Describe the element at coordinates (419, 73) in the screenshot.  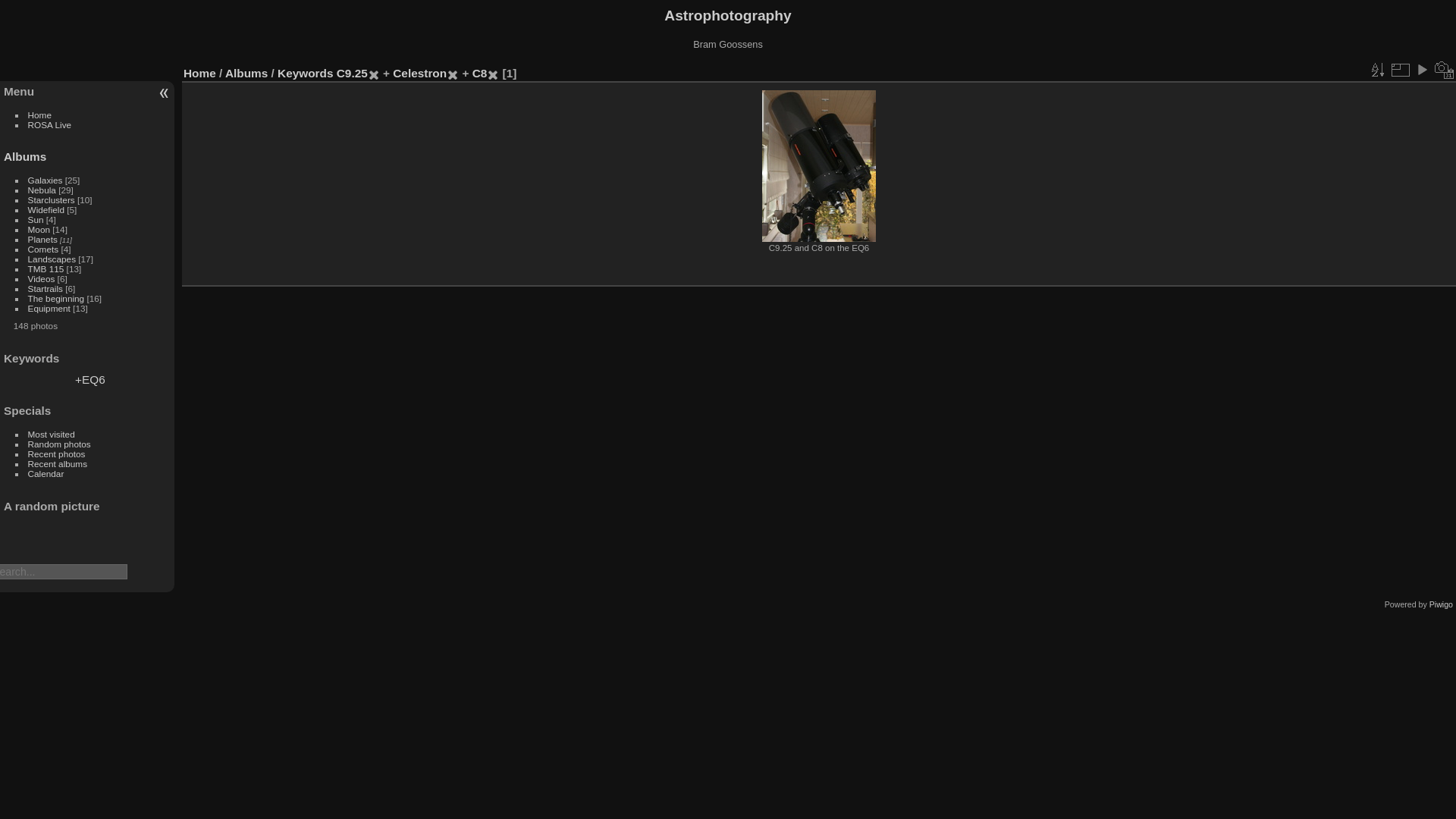
I see `'Celestron'` at that location.